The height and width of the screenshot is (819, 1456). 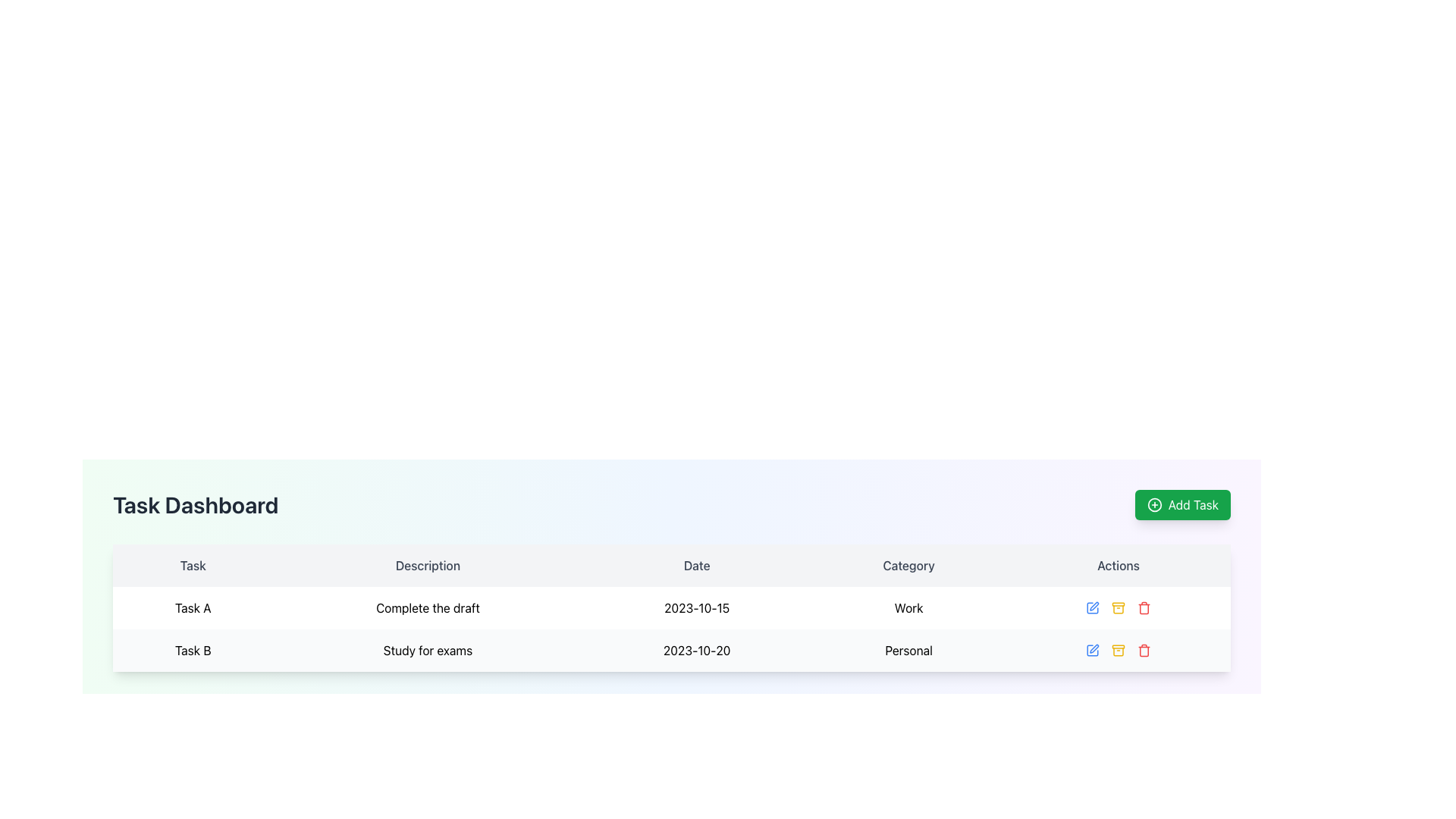 What do you see at coordinates (427, 649) in the screenshot?
I see `the text label that displays the description 'Study for exams', which is located in the second cell of the 'Description' column corresponding to 'Task B'` at bounding box center [427, 649].